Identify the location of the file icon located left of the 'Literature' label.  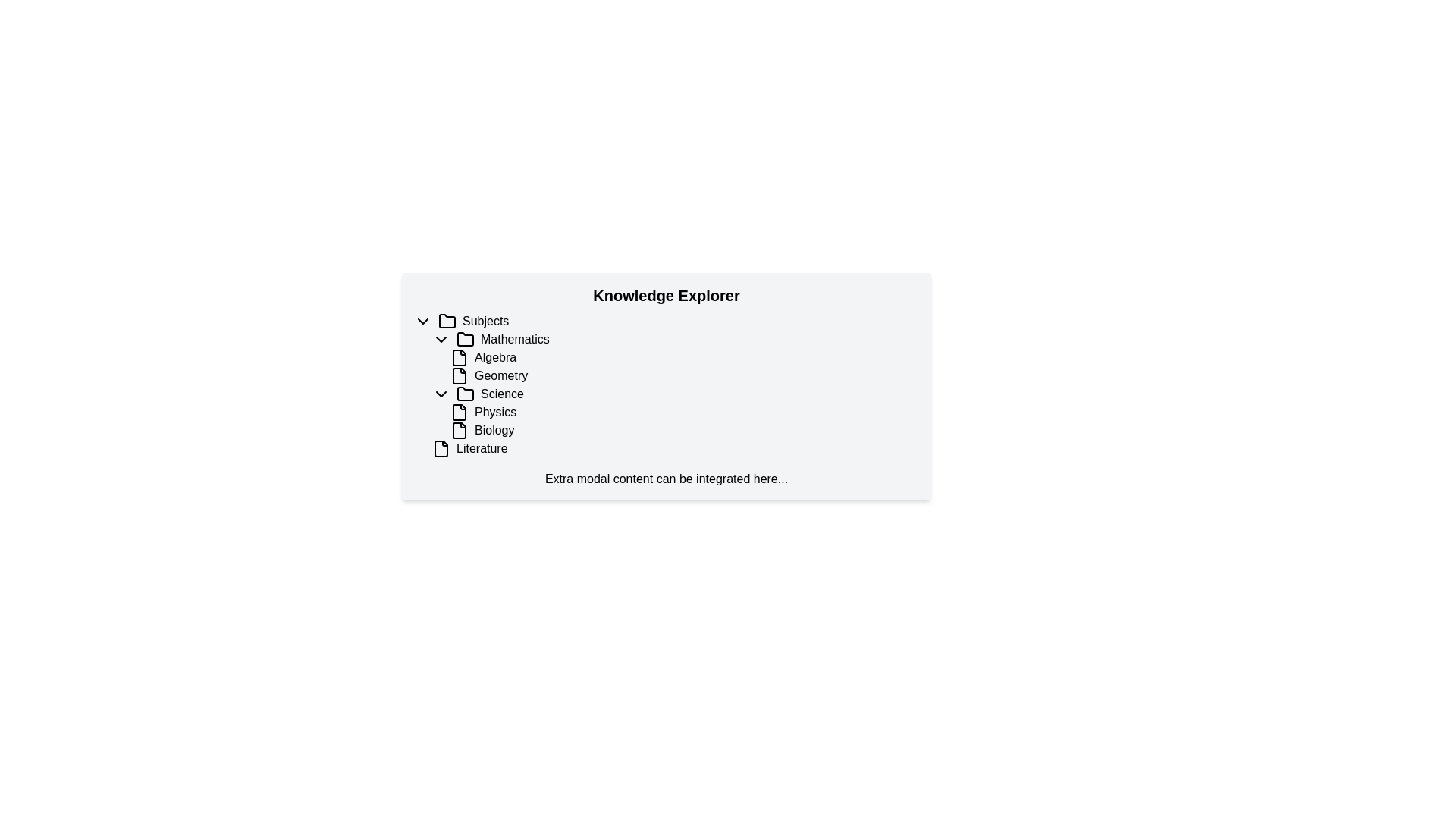
(440, 447).